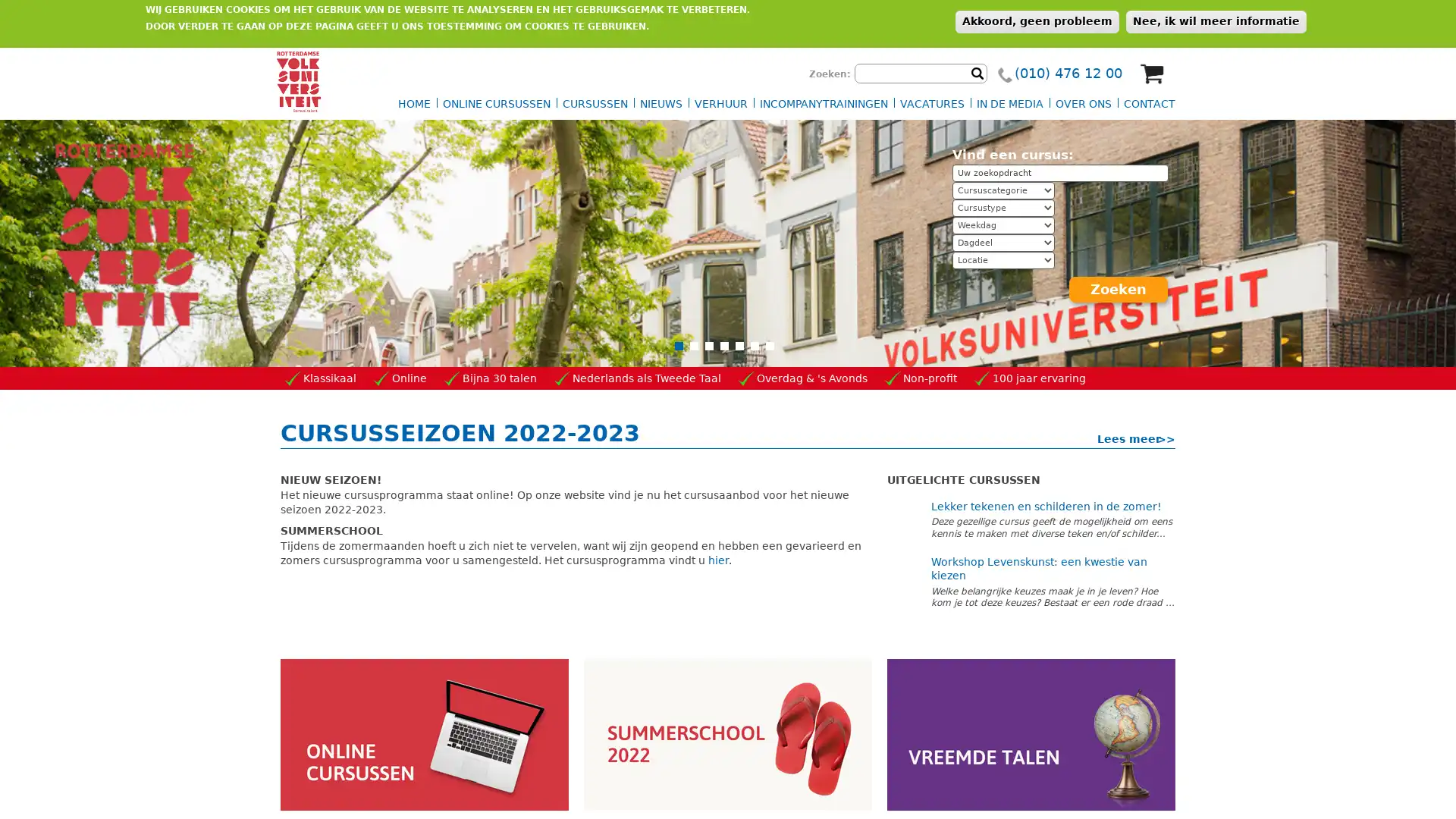 This screenshot has width=1456, height=819. What do you see at coordinates (1037, 21) in the screenshot?
I see `Akkoord, geen probleem` at bounding box center [1037, 21].